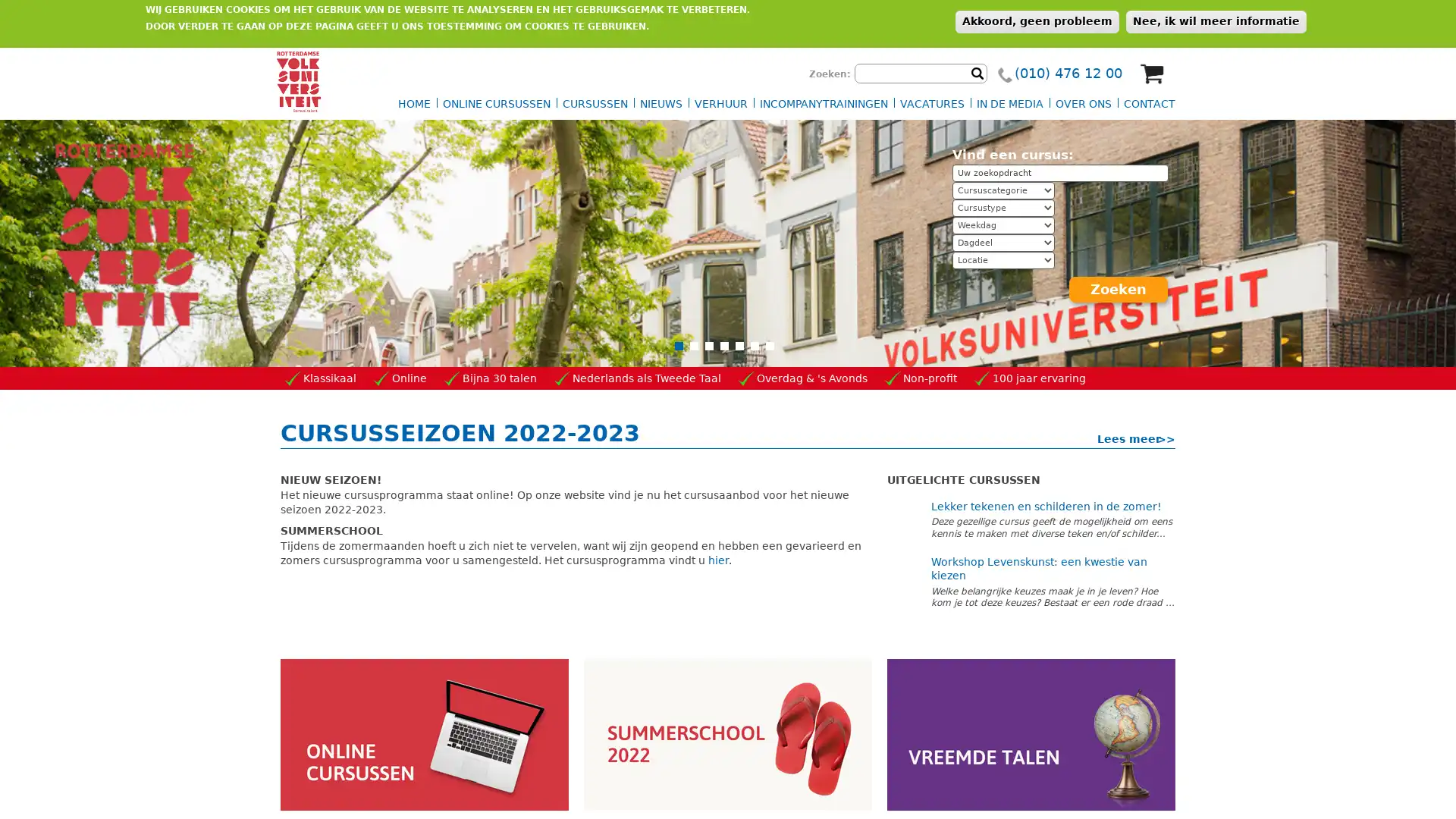 This screenshot has width=1456, height=819. What do you see at coordinates (1037, 21) in the screenshot?
I see `Akkoord, geen probleem` at bounding box center [1037, 21].